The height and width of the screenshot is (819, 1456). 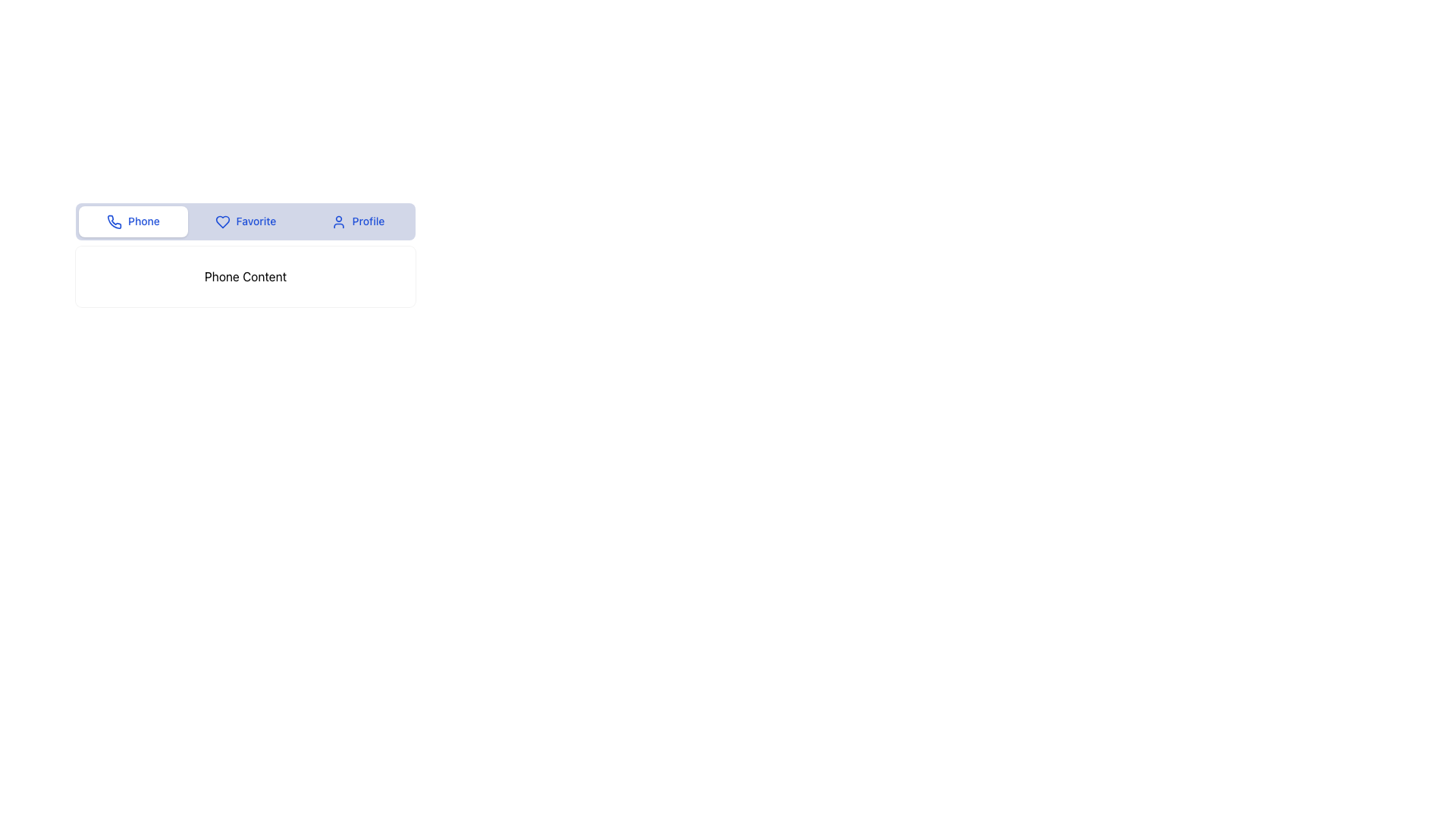 I want to click on the 'Profile' tab SVG icon located within the navigation bar on the right-hand side, which precedes the textual label 'Profile', so click(x=337, y=222).